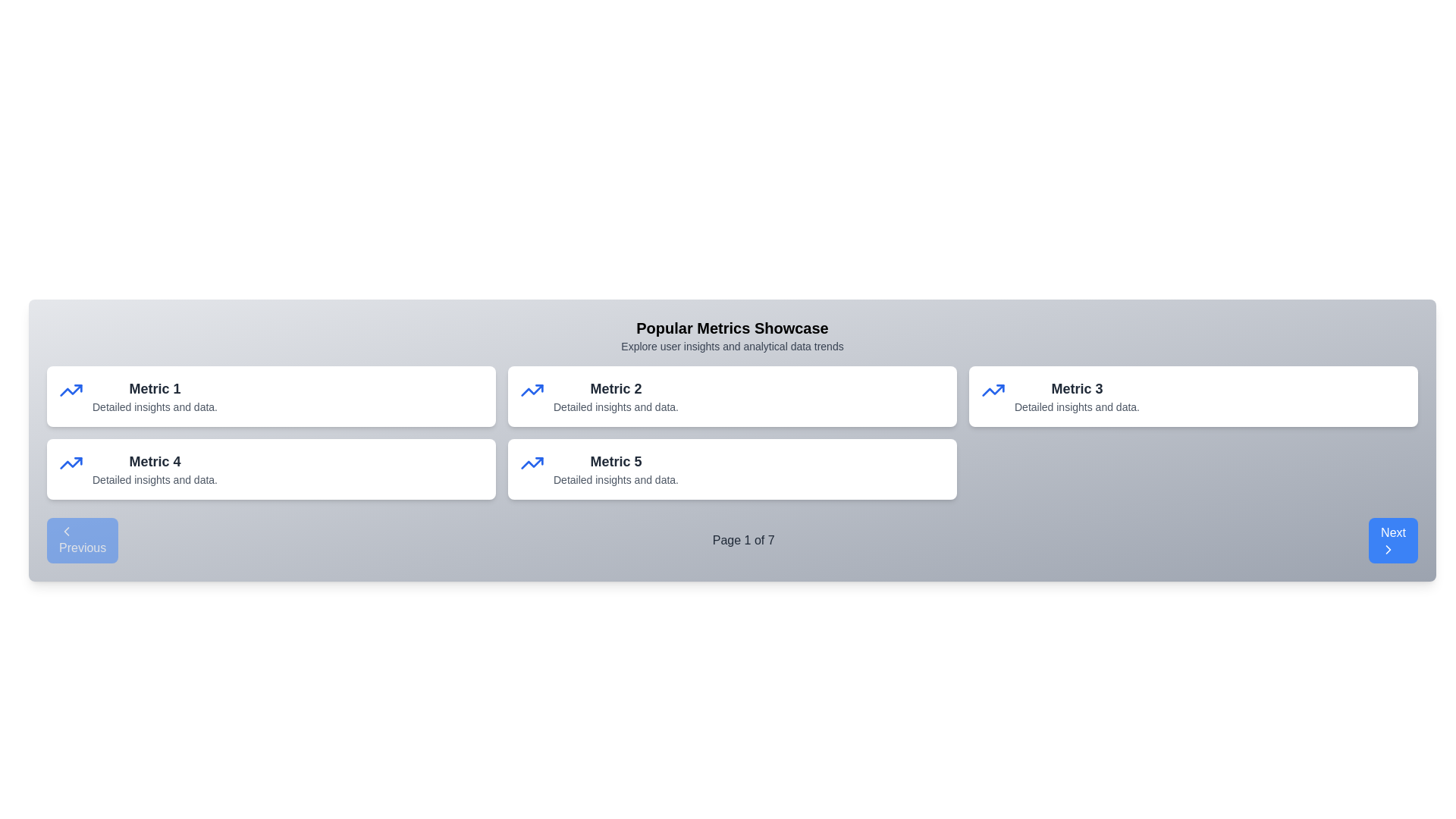  Describe the element at coordinates (732, 327) in the screenshot. I see `the heading text that serves as a title for the section, located at the top center of the viewable panel` at that location.